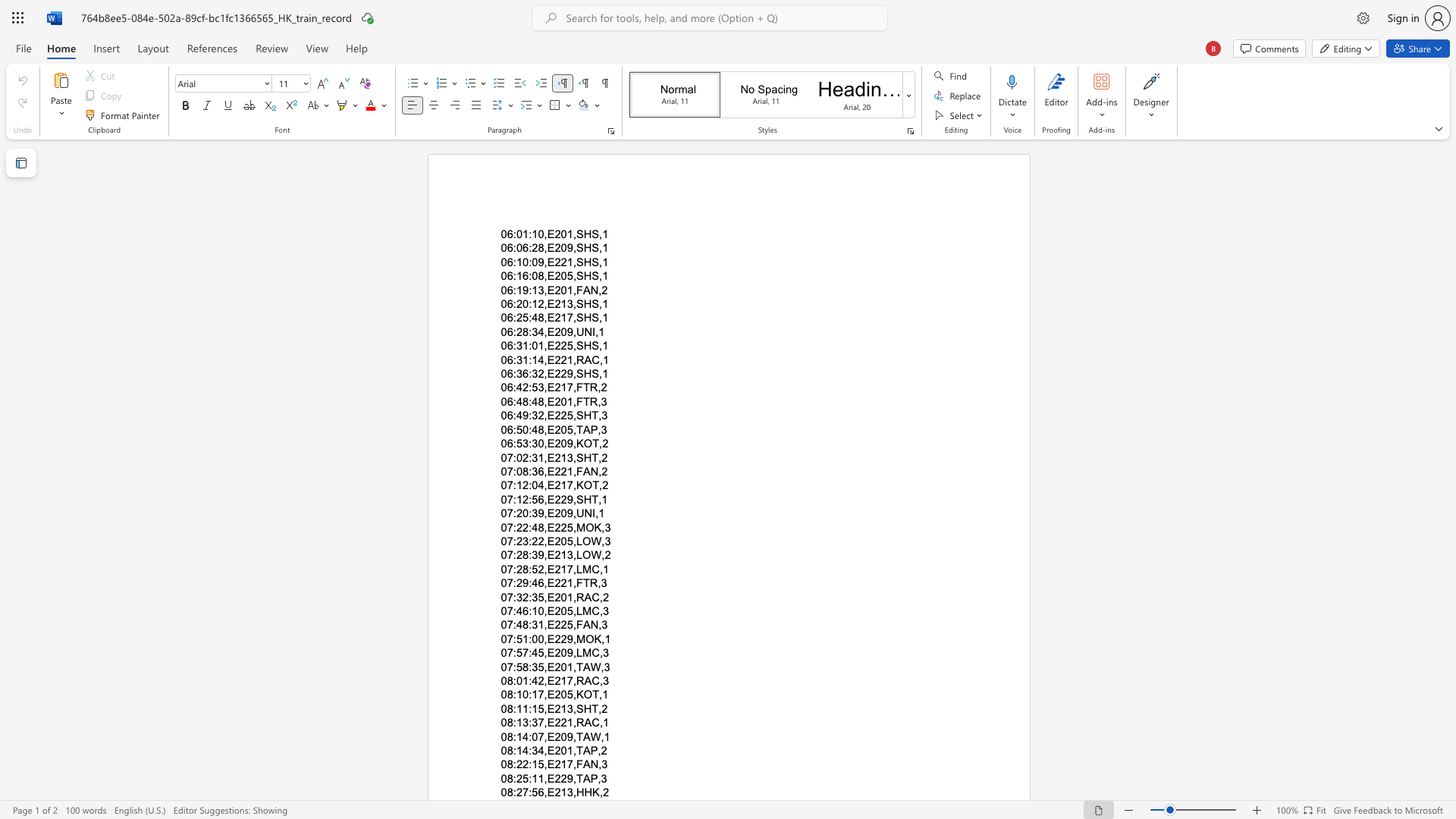 This screenshot has width=1456, height=819. Describe the element at coordinates (566, 792) in the screenshot. I see `the space between the continuous character "1" and "3" in the text` at that location.